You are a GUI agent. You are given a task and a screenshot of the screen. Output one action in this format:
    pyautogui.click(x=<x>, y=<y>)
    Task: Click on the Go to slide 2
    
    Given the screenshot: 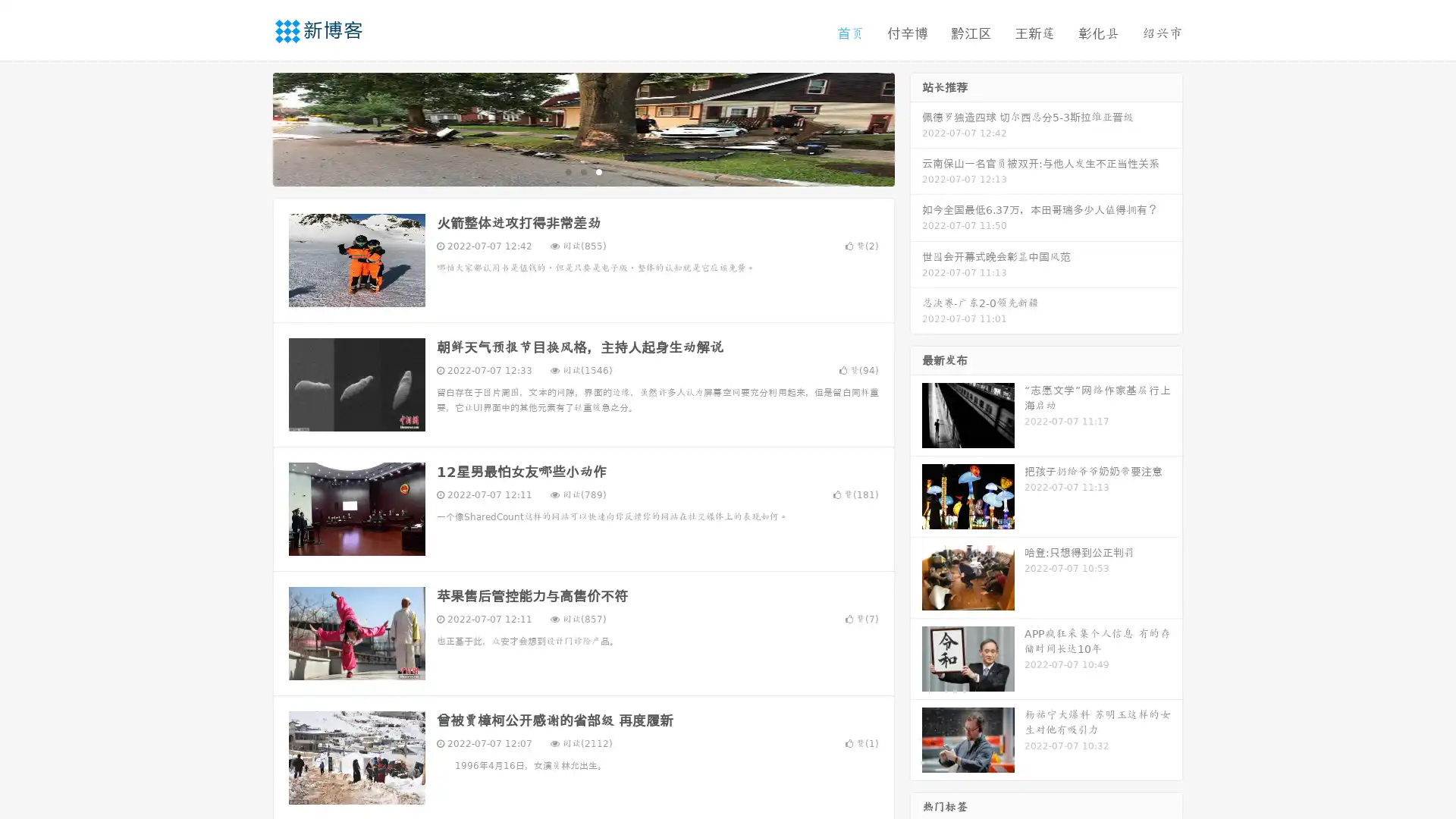 What is the action you would take?
    pyautogui.click(x=582, y=171)
    